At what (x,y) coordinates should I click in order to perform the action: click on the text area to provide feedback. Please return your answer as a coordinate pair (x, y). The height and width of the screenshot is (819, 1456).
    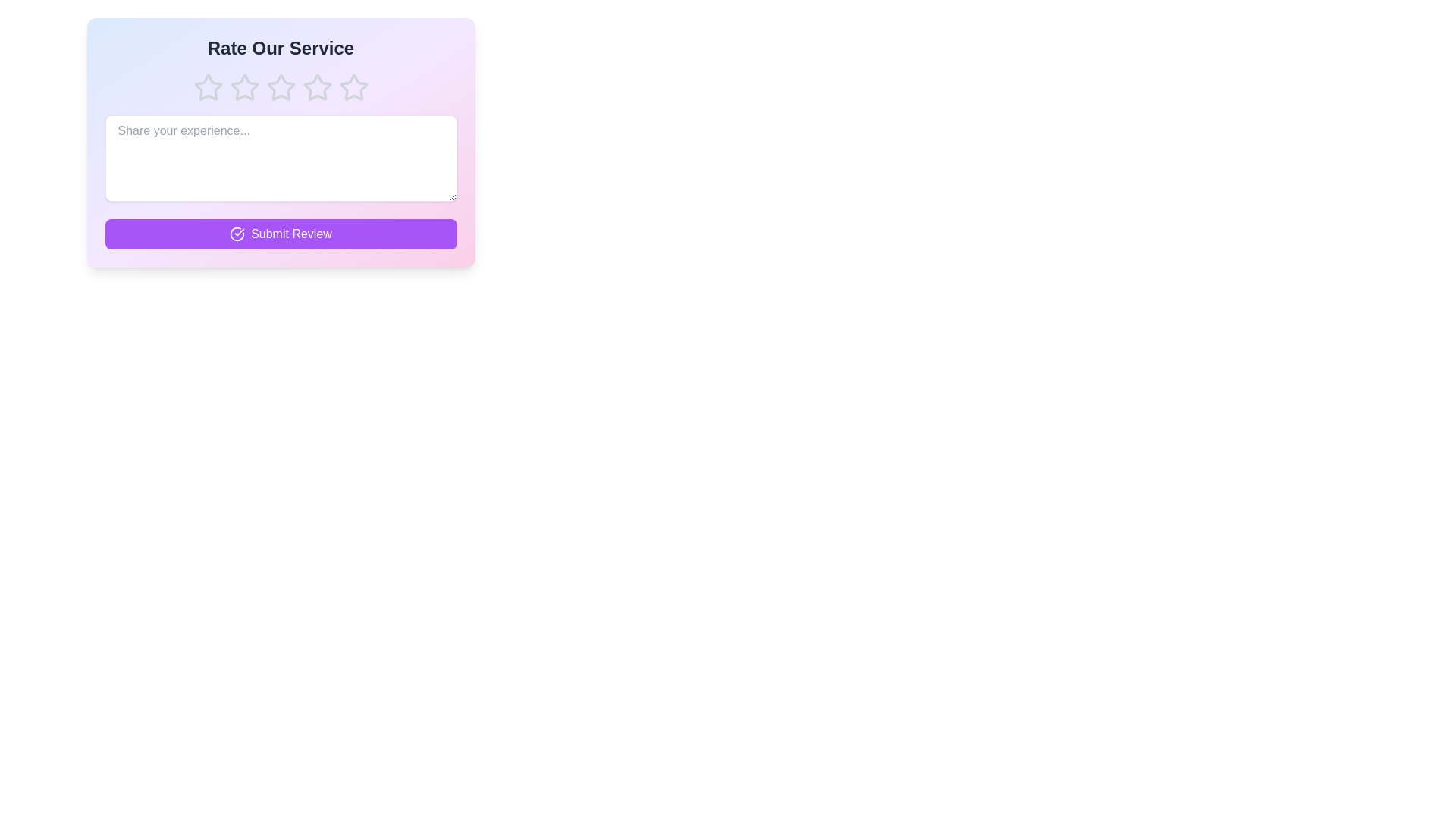
    Looking at the image, I should click on (281, 158).